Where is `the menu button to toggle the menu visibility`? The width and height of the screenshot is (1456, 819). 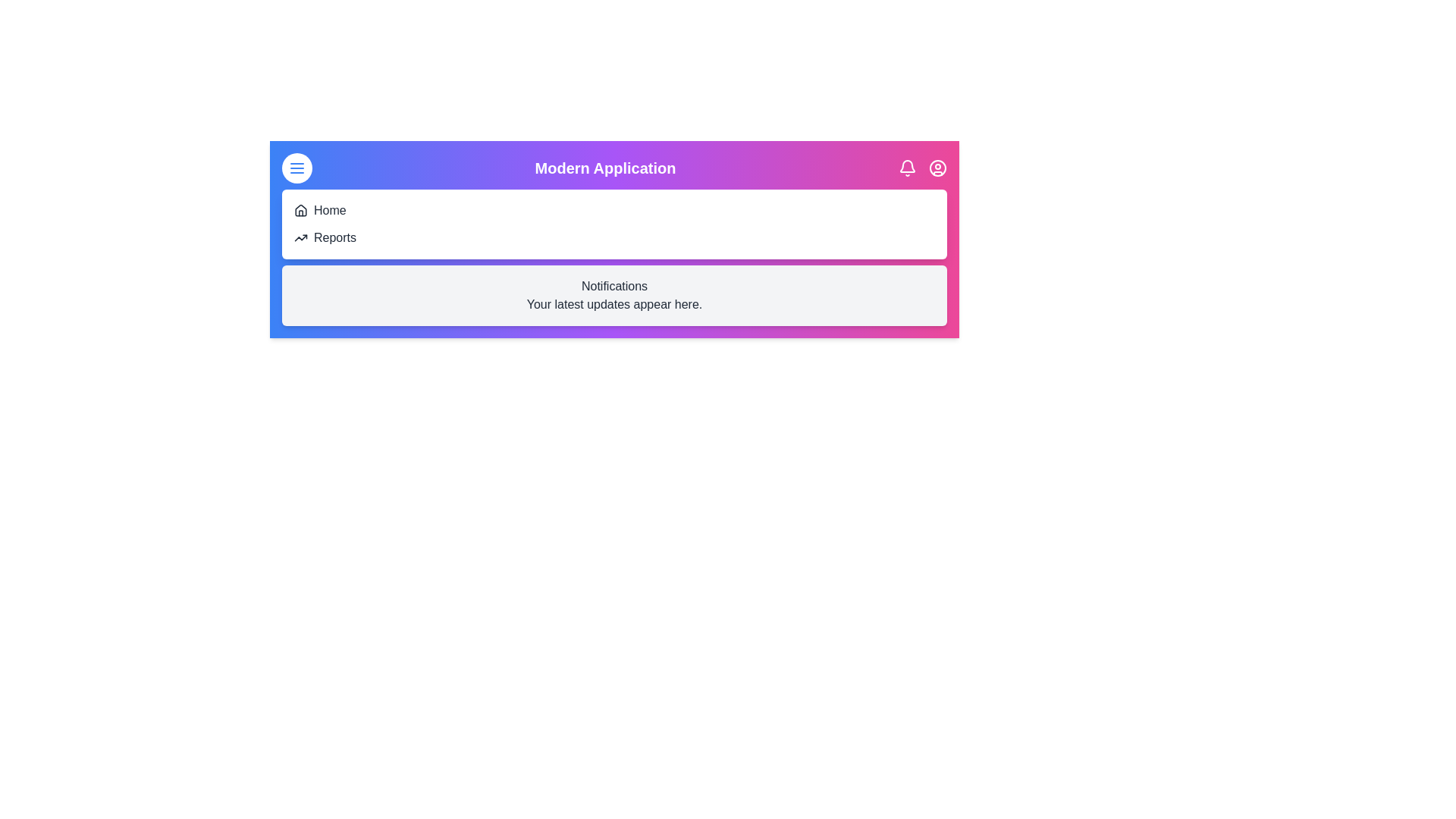
the menu button to toggle the menu visibility is located at coordinates (297, 168).